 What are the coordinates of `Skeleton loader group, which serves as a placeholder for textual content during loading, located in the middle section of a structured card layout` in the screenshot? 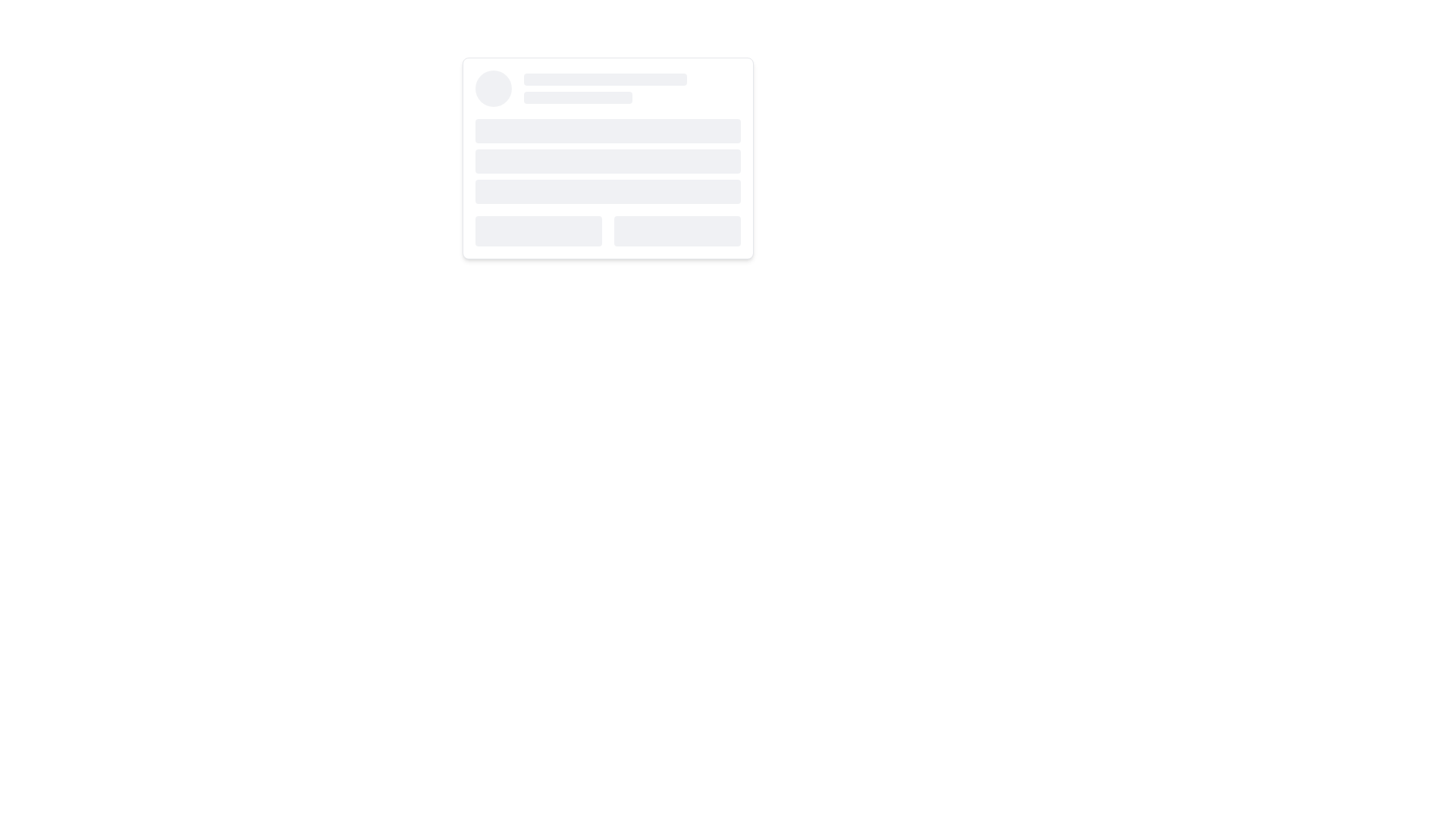 It's located at (607, 161).